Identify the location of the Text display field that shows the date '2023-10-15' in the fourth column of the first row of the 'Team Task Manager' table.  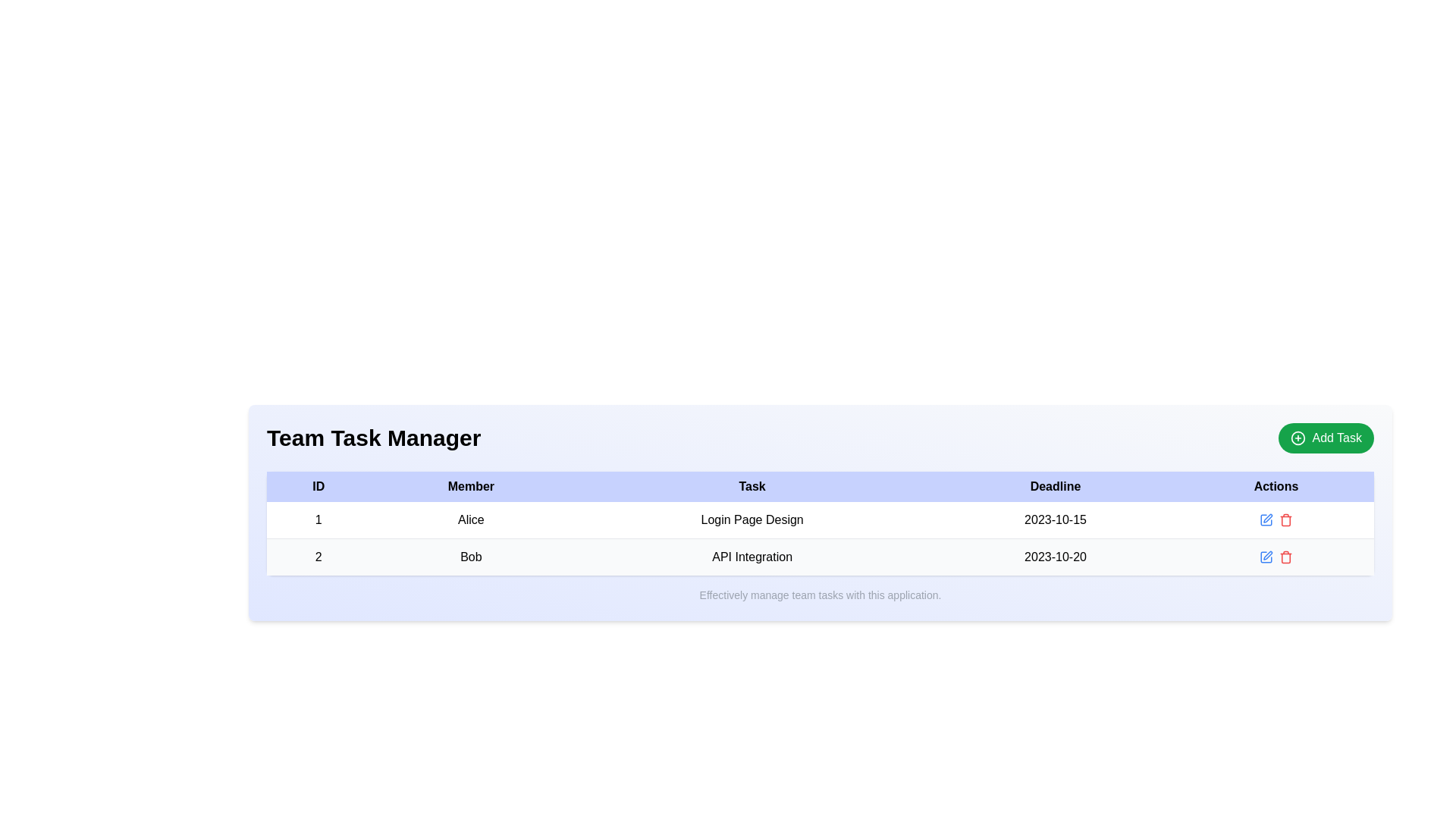
(1055, 519).